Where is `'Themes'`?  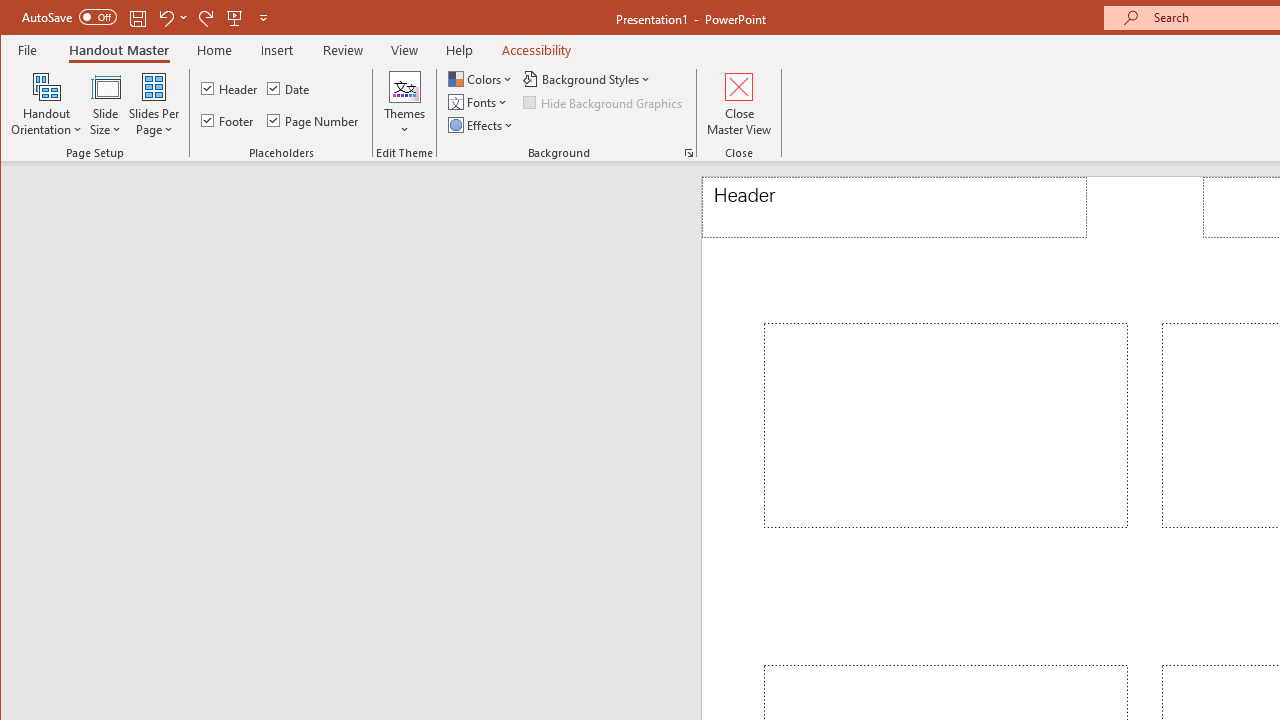
'Themes' is located at coordinates (403, 104).